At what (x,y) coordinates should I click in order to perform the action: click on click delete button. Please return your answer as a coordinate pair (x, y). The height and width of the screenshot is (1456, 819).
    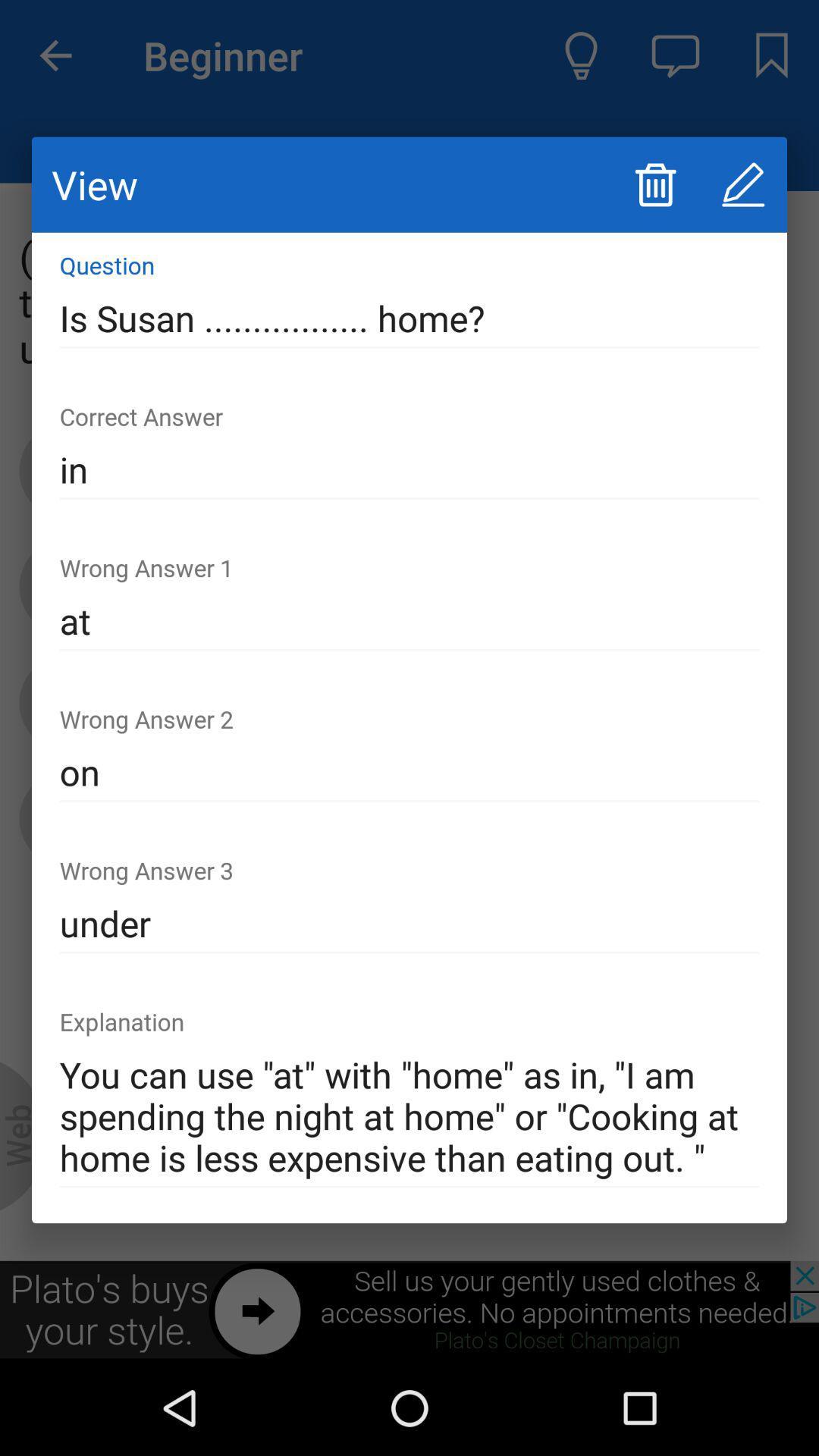
    Looking at the image, I should click on (654, 184).